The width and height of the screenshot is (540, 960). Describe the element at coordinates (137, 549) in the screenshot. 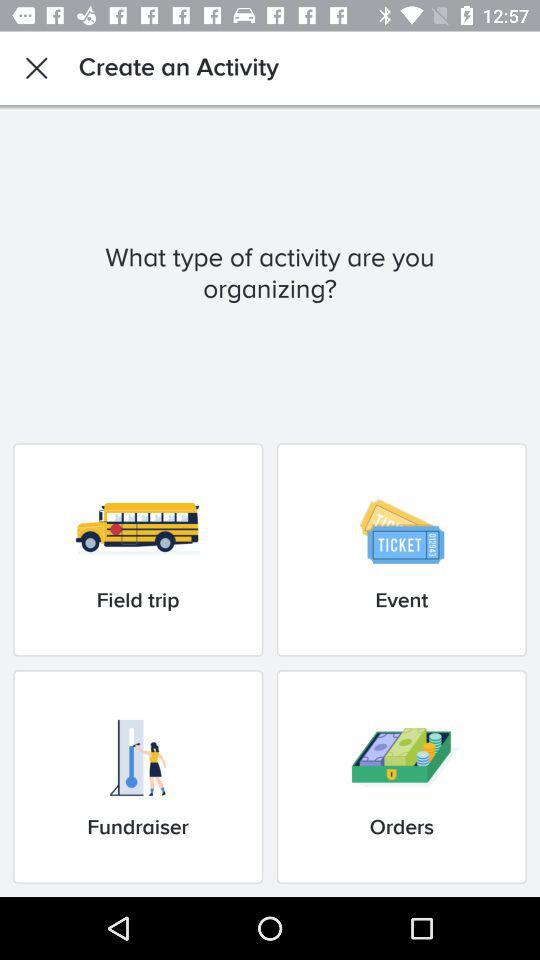

I see `icon on the left` at that location.